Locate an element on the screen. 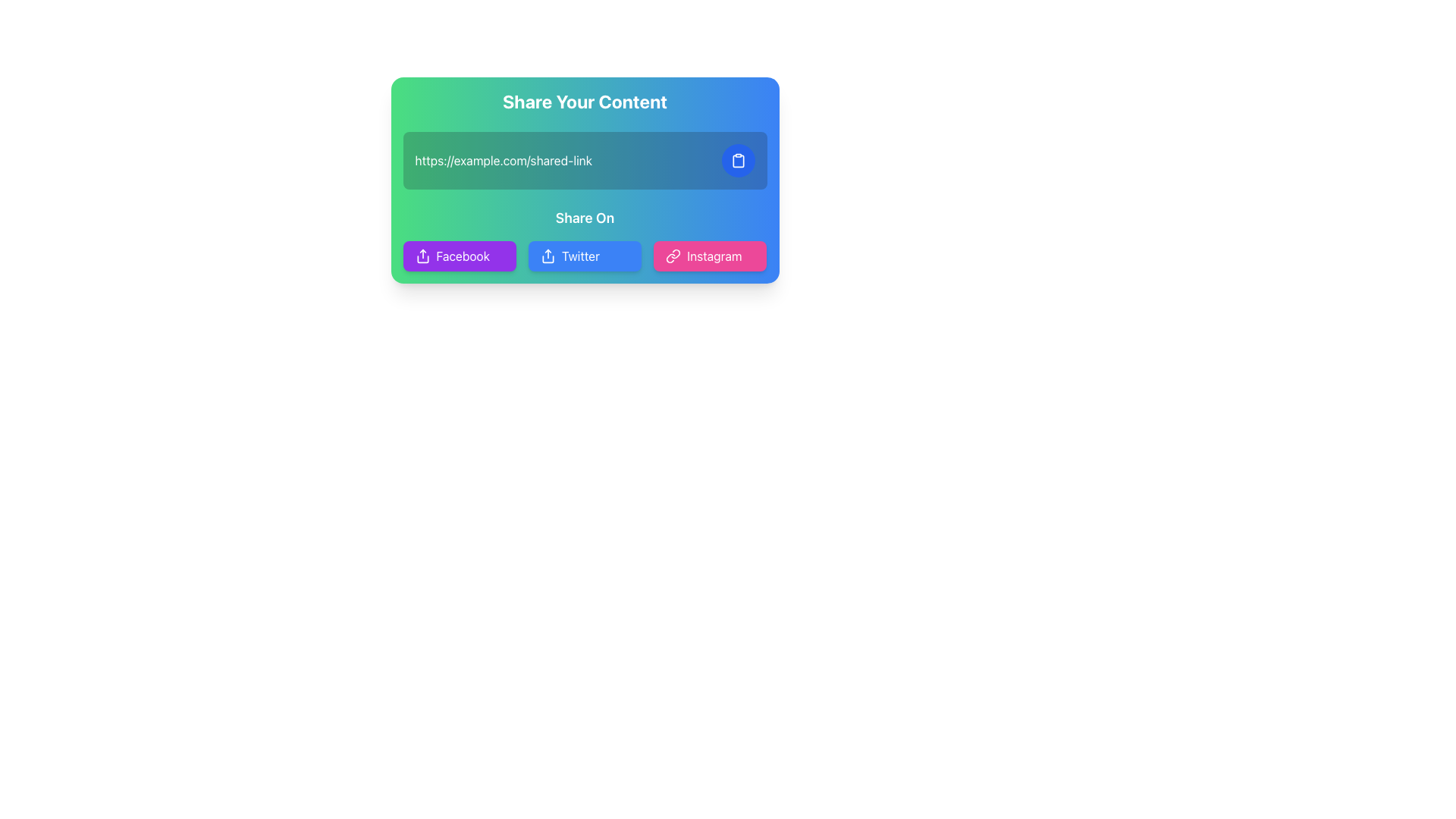  the 'Instagram' button, which is a pink rectangular button with rounded edges located in the lower section of the 'Share Your Content' card is located at coordinates (709, 256).